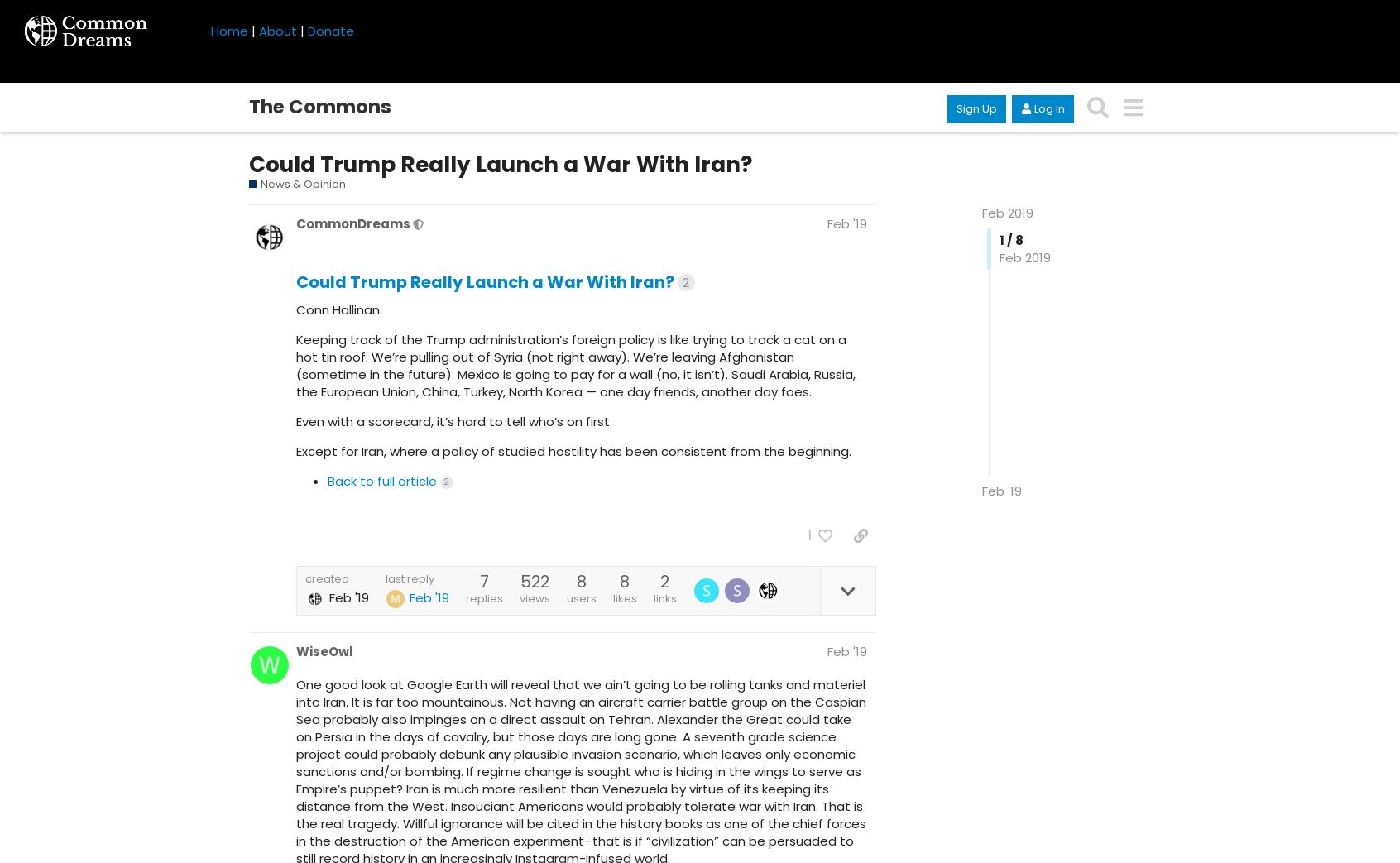 Image resolution: width=1400 pixels, height=863 pixels. I want to click on 'News & Opinion', so click(260, 183).